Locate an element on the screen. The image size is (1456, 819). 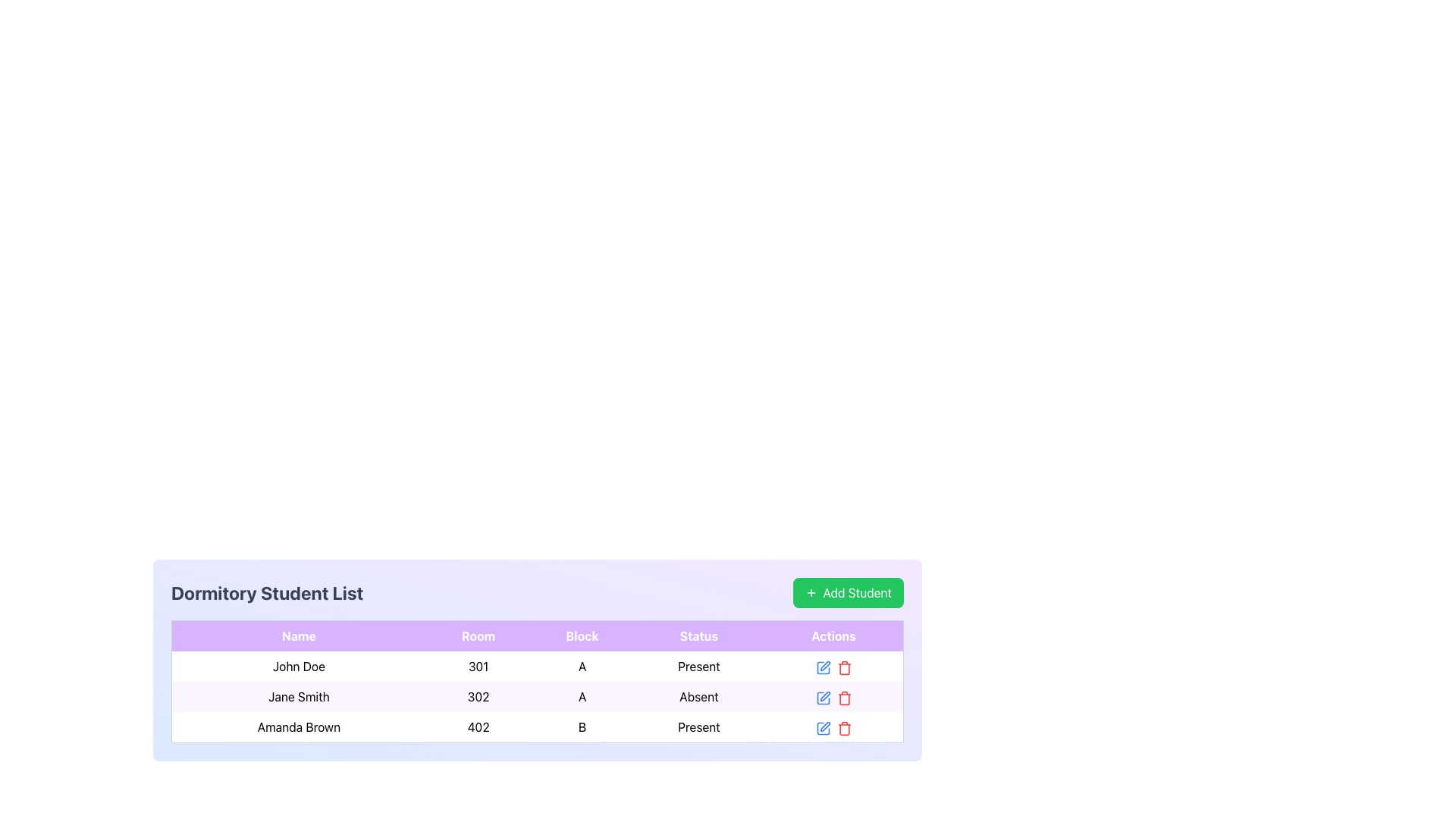
displayed text in the Text Label that shows a student's name, located in the first row of the dormitory residents table under the 'Name' column is located at coordinates (299, 666).